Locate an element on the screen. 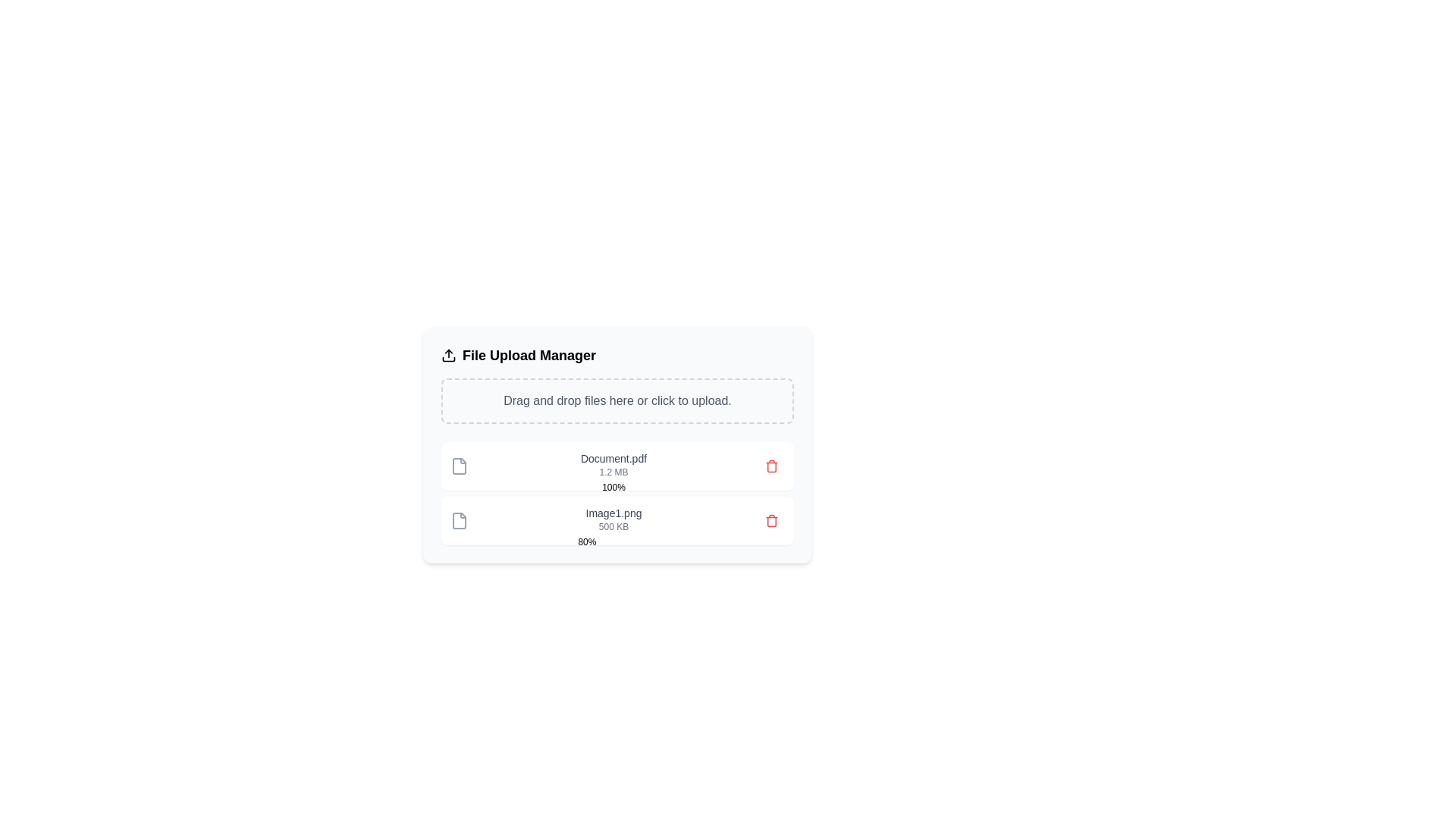 The width and height of the screenshot is (1456, 819). the document icon located is located at coordinates (458, 465).